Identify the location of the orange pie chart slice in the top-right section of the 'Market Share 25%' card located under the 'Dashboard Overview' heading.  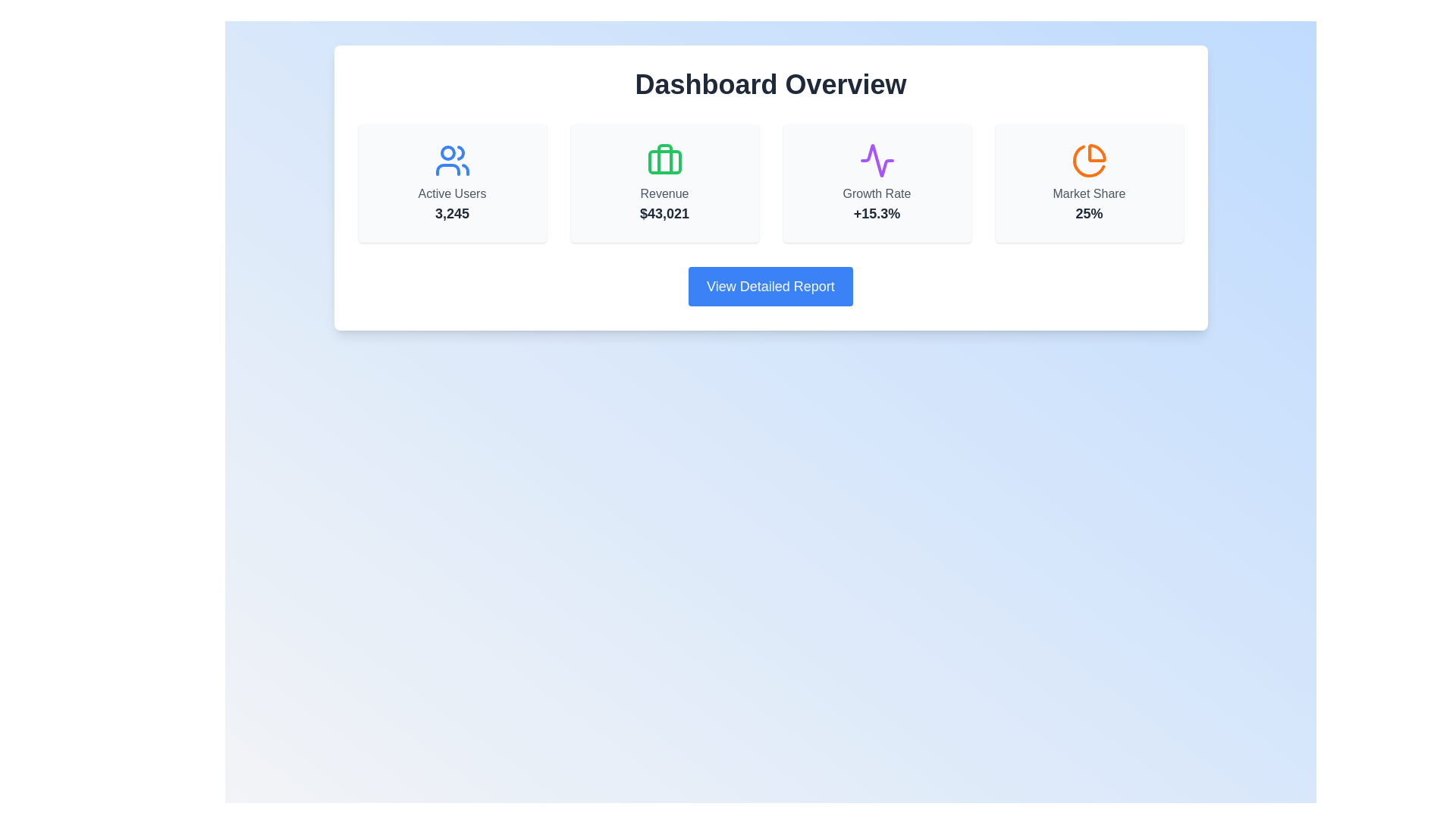
(1097, 153).